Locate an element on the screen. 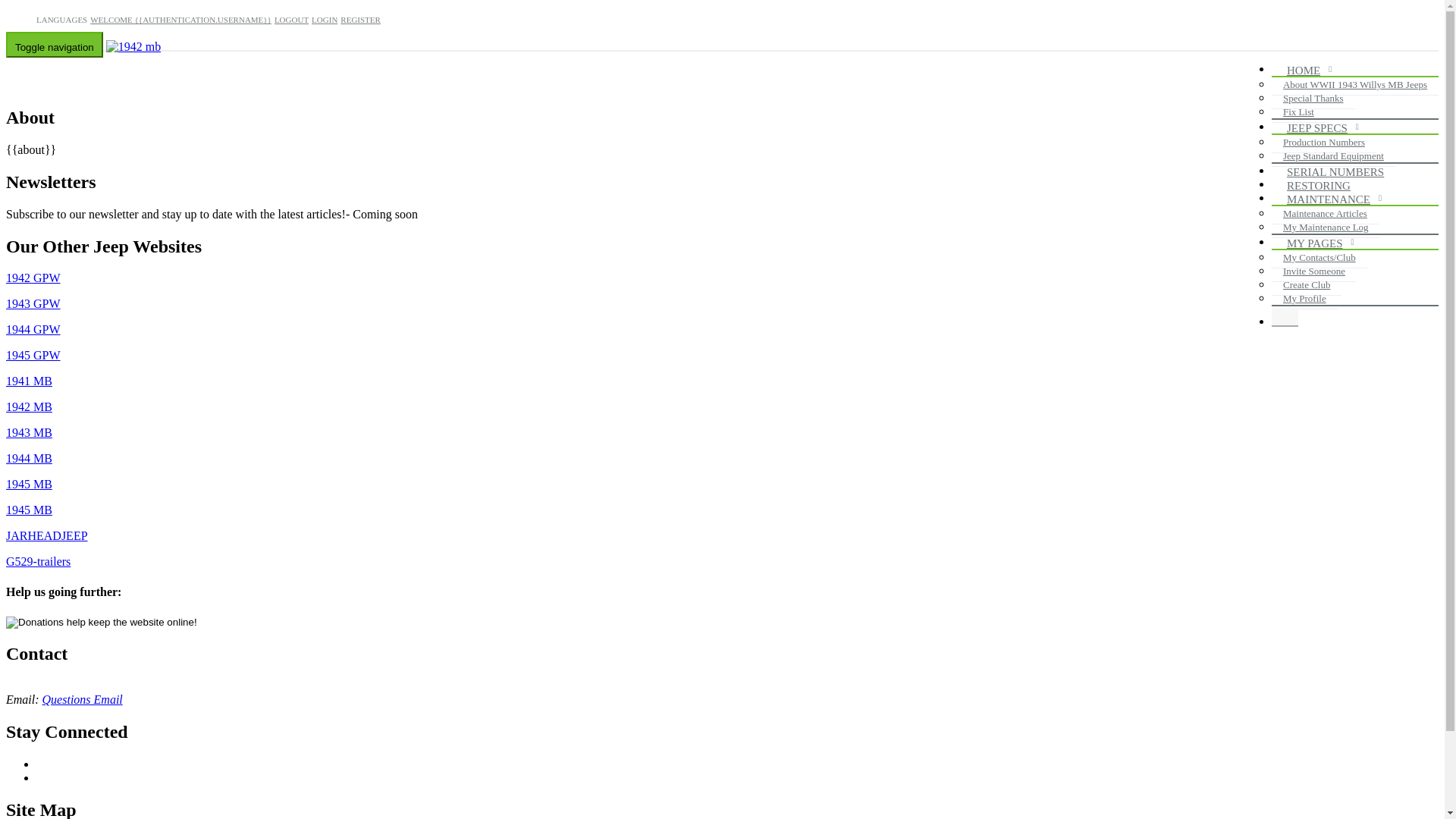 The width and height of the screenshot is (1456, 819). 'LOGIN' is located at coordinates (323, 20).